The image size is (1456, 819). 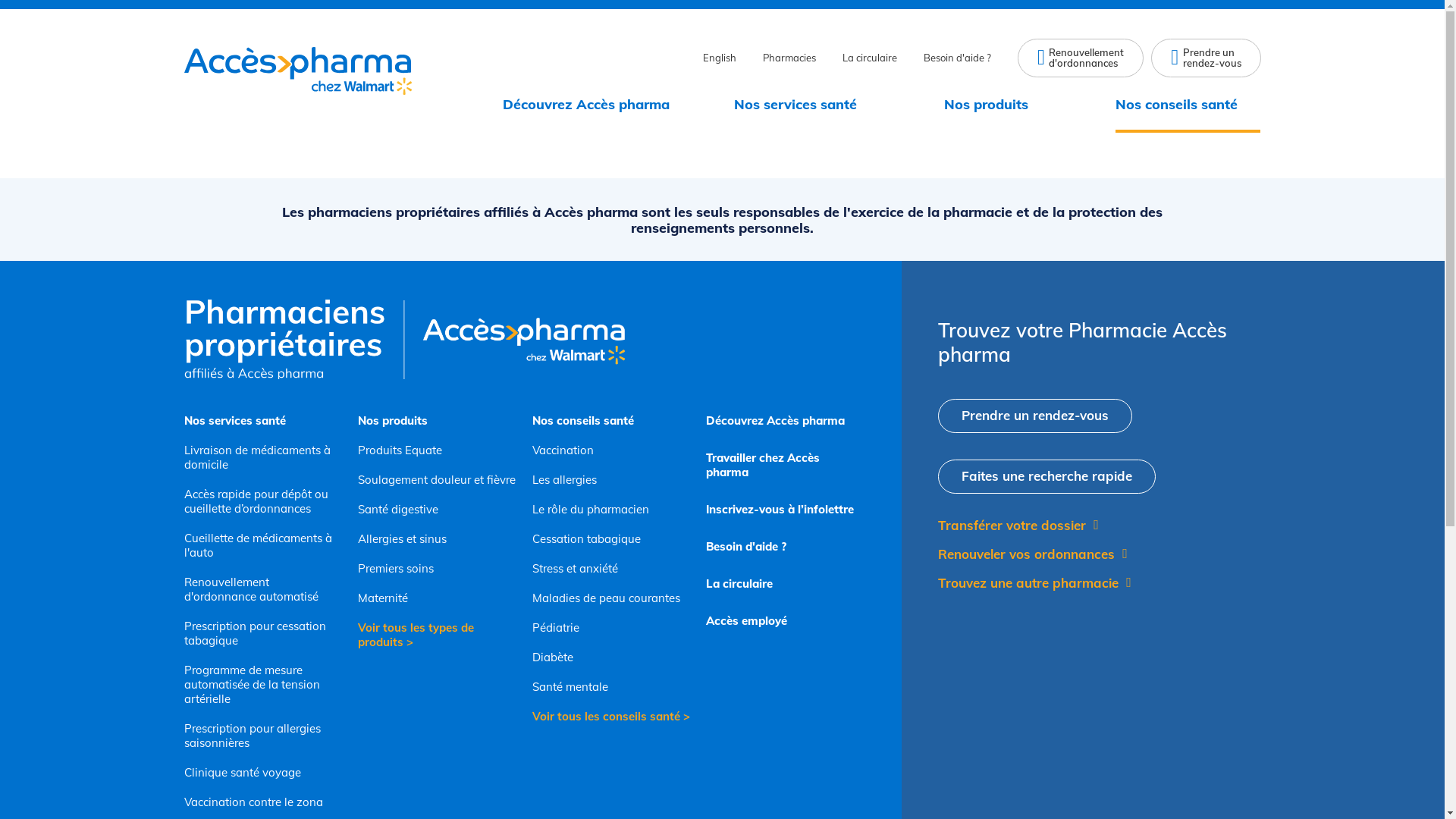 I want to click on 'Faites une recherche rapide', so click(x=1046, y=475).